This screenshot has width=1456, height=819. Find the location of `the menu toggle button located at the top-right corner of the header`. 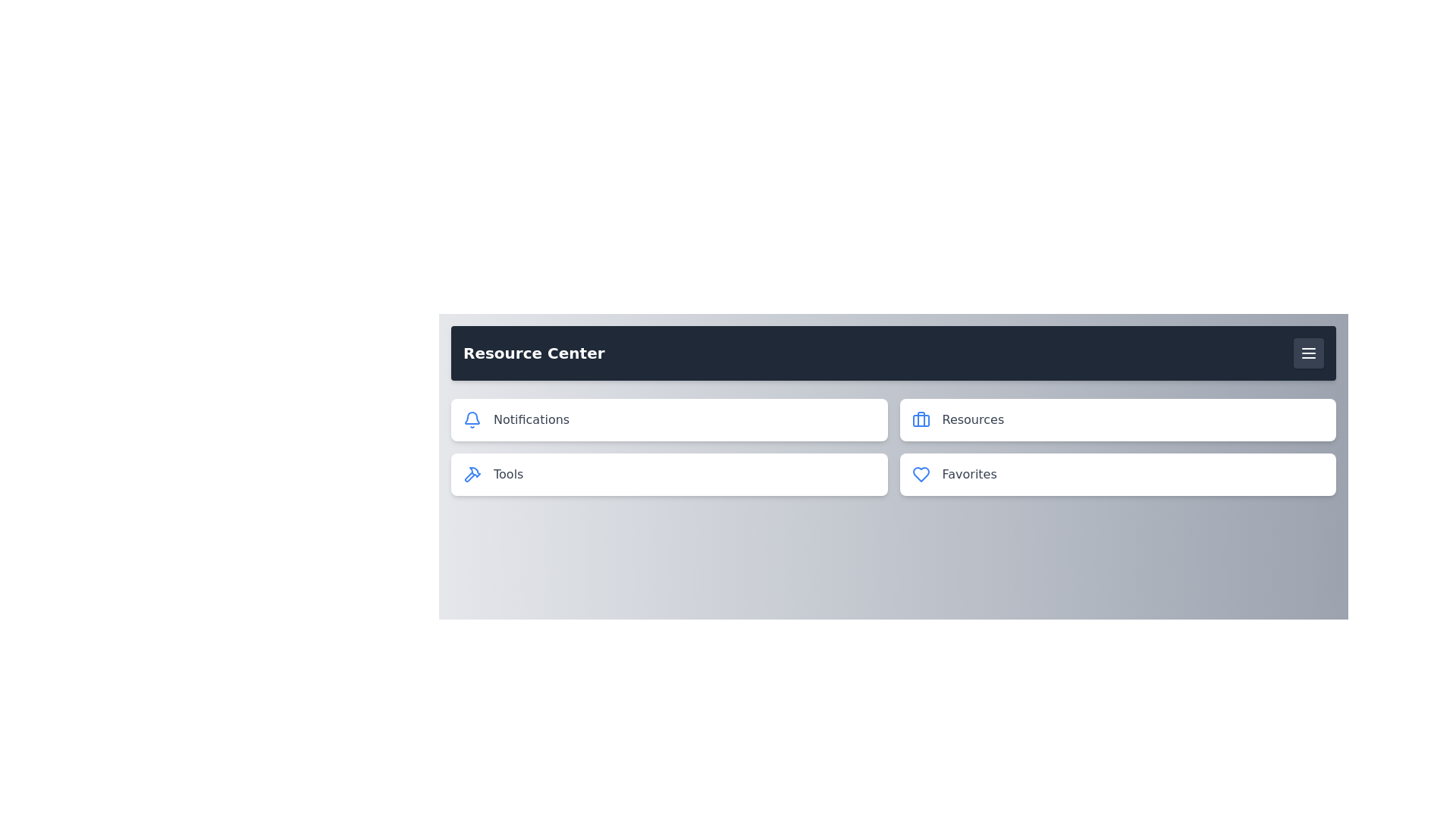

the menu toggle button located at the top-right corner of the header is located at coordinates (1308, 353).